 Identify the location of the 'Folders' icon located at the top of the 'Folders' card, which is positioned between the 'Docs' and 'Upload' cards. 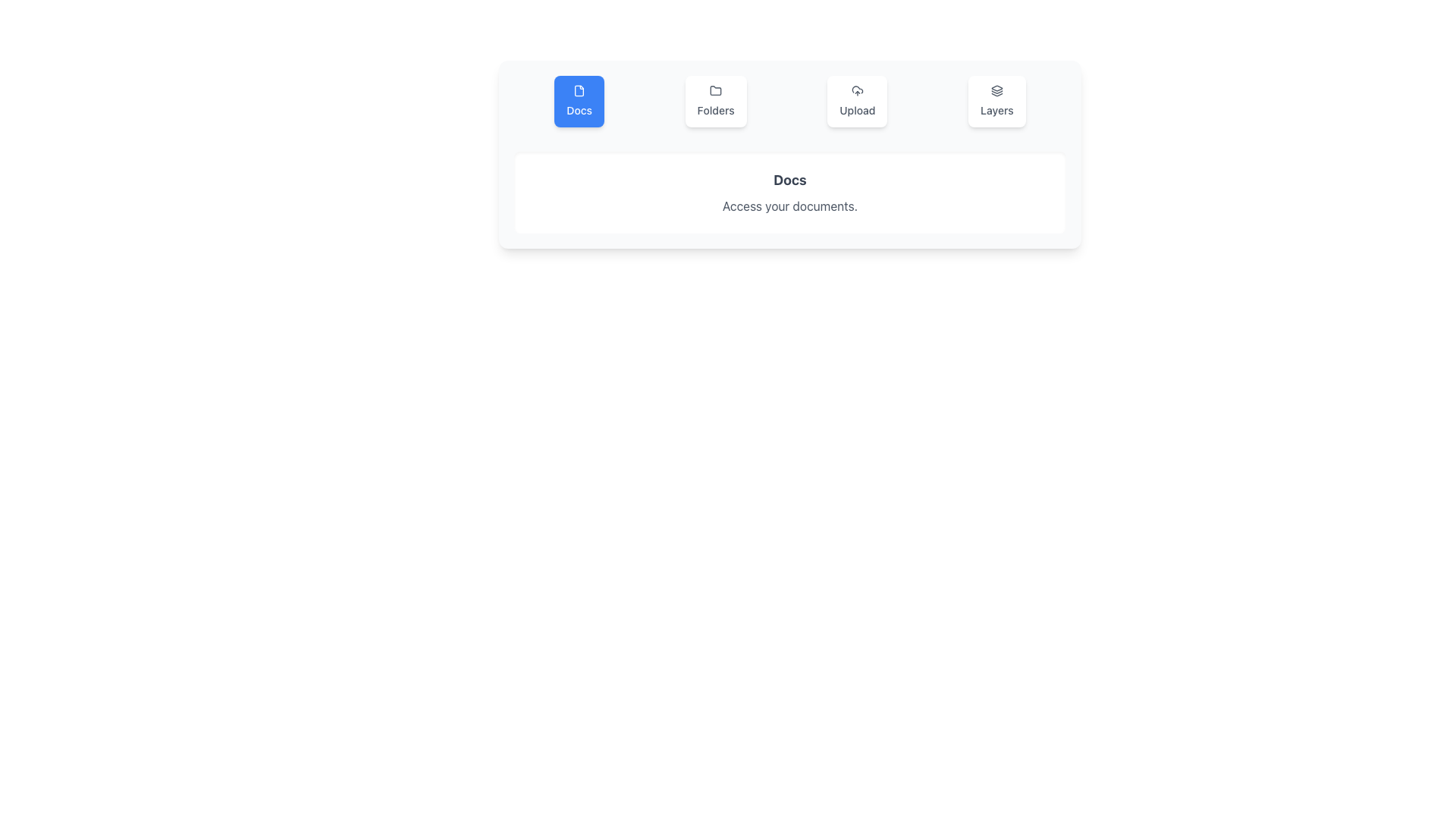
(715, 90).